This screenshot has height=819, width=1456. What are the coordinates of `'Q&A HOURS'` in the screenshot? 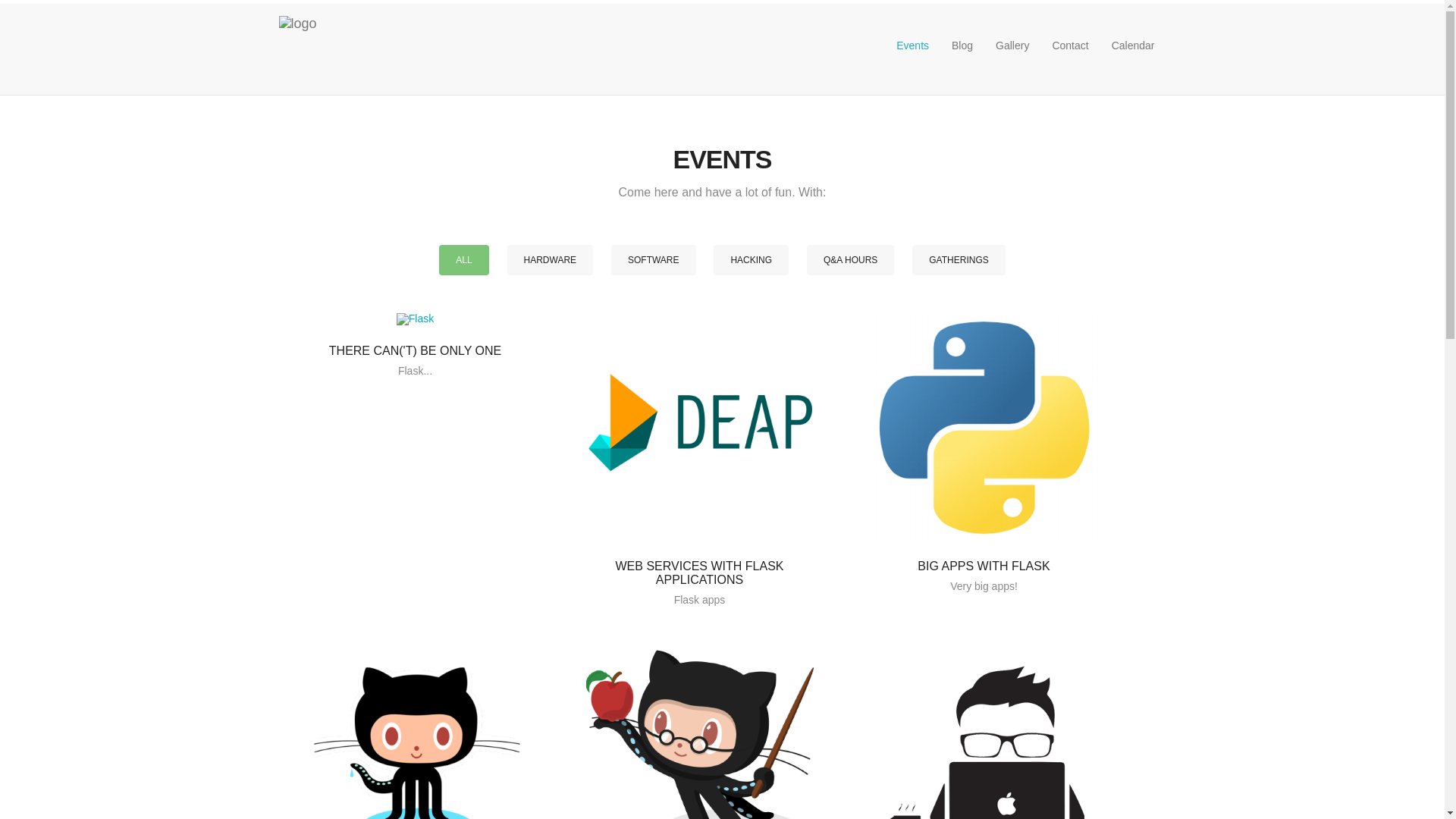 It's located at (850, 259).